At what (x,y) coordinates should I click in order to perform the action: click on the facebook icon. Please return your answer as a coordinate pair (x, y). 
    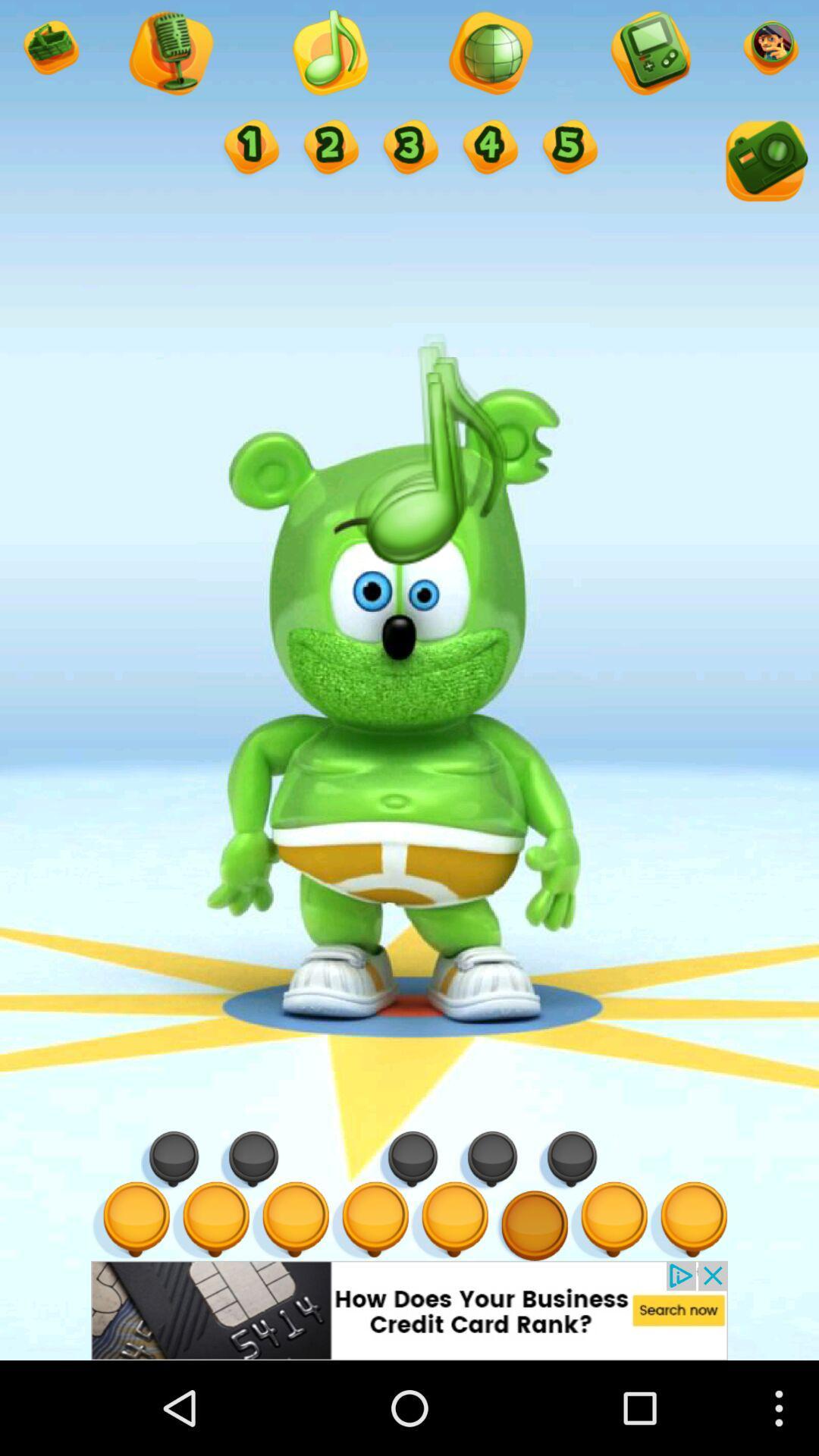
    Looking at the image, I should click on (249, 159).